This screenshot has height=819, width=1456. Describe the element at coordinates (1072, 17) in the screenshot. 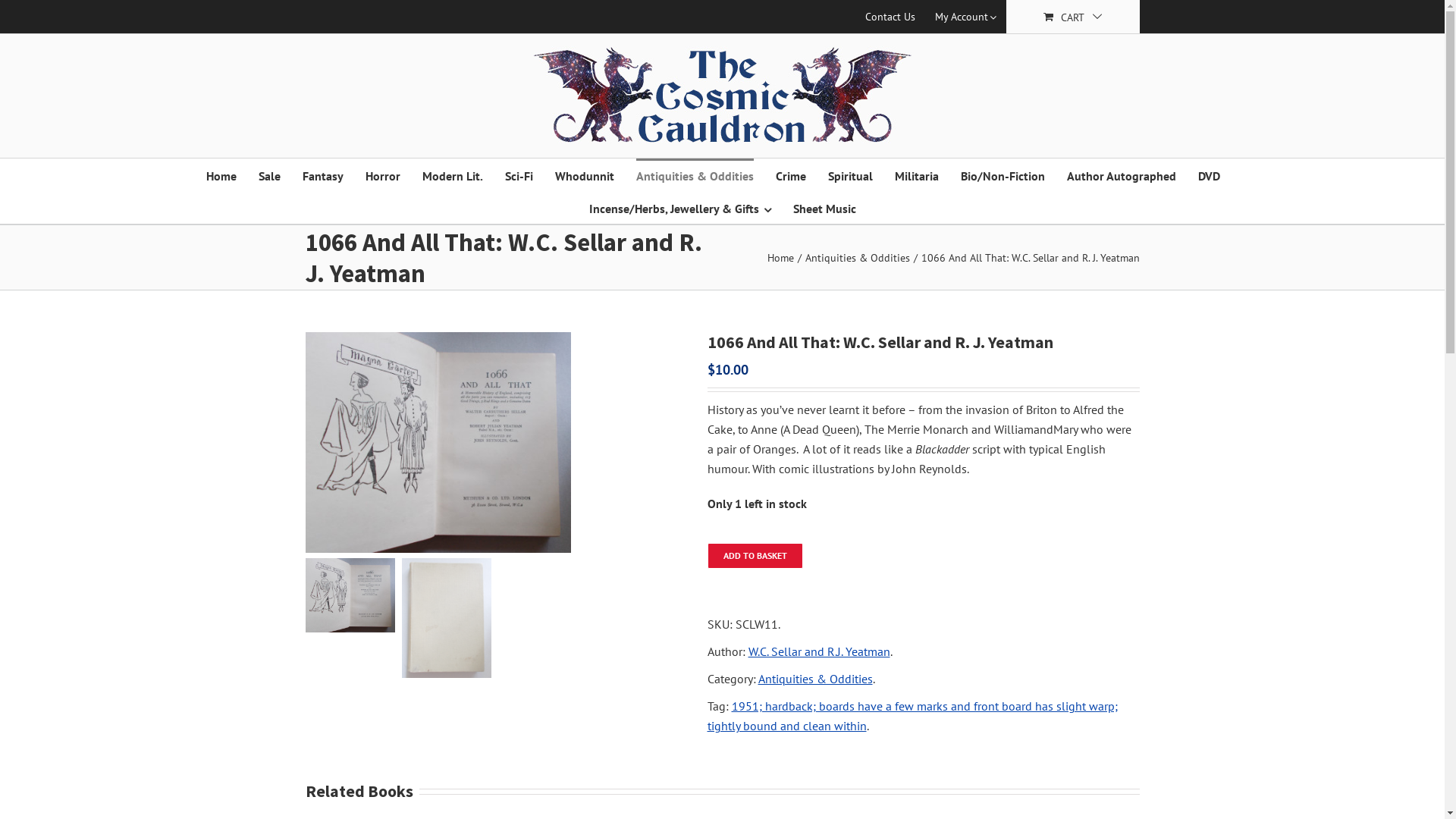

I see `'CART'` at that location.